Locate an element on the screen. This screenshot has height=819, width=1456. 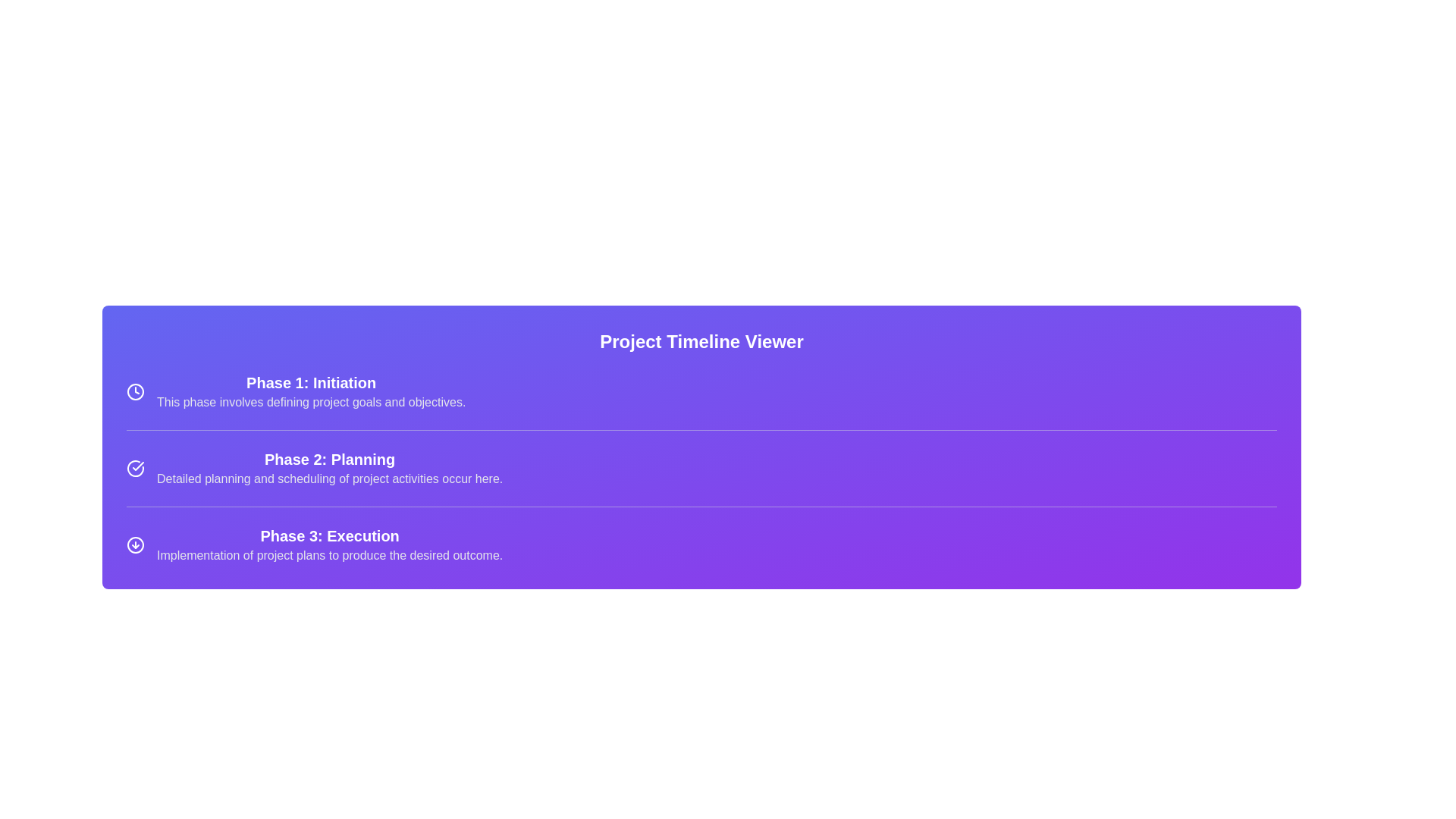
the Horizontal Divider Line that separates 'Phase 1' and 'Phase 2' in the project timeline viewer is located at coordinates (701, 430).